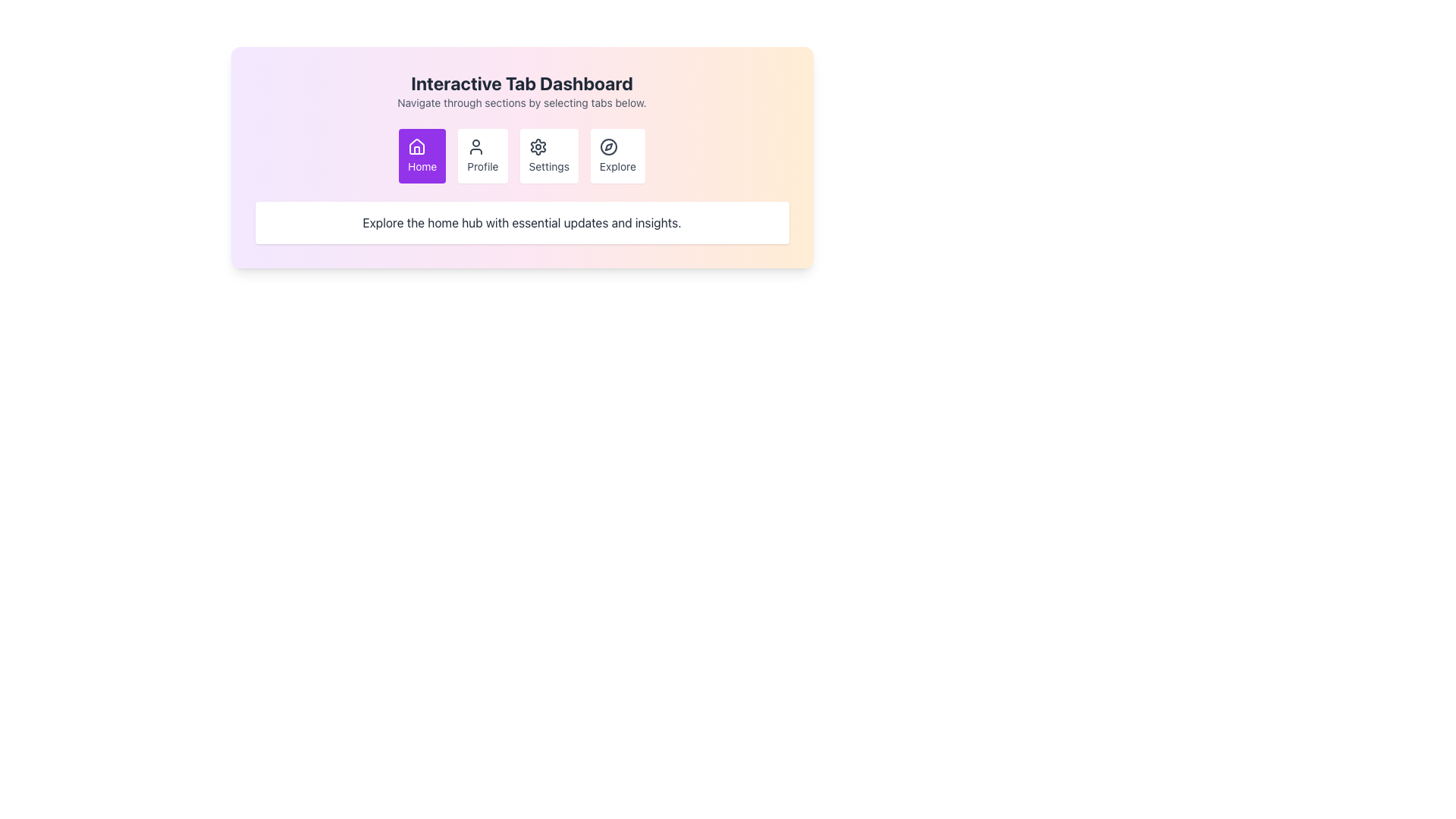 This screenshot has width=1456, height=819. Describe the element at coordinates (608, 146) in the screenshot. I see `the compass icon representing the 'Explore' feature, which is located in the upper-right section of a rounded button labeled 'Explore'` at that location.